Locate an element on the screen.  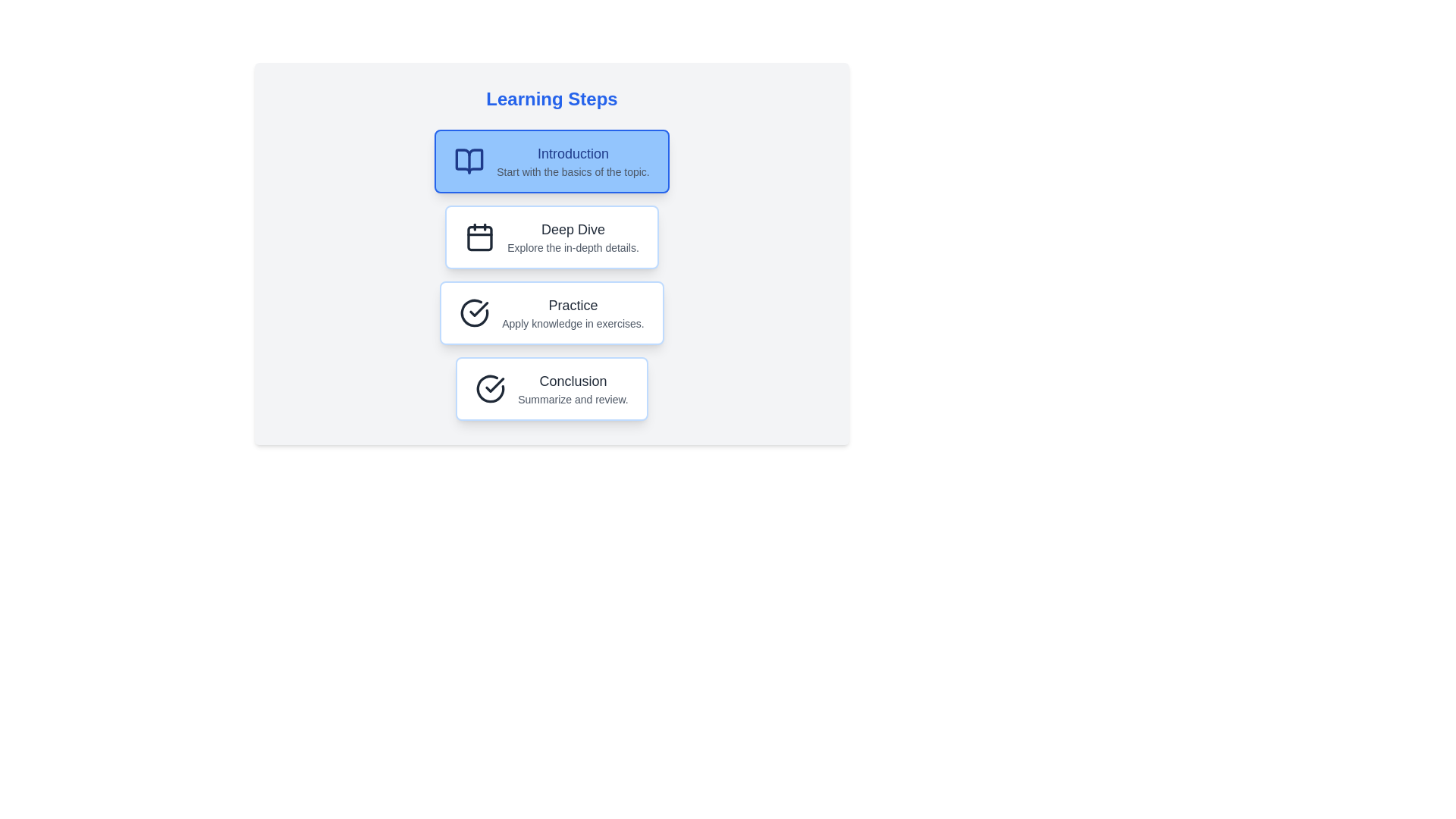
the Icon indicating the state or category of the 'Conclusion' section, which is positioned to the left of the text block reading 'Conclusion Summarize and review.' is located at coordinates (491, 388).